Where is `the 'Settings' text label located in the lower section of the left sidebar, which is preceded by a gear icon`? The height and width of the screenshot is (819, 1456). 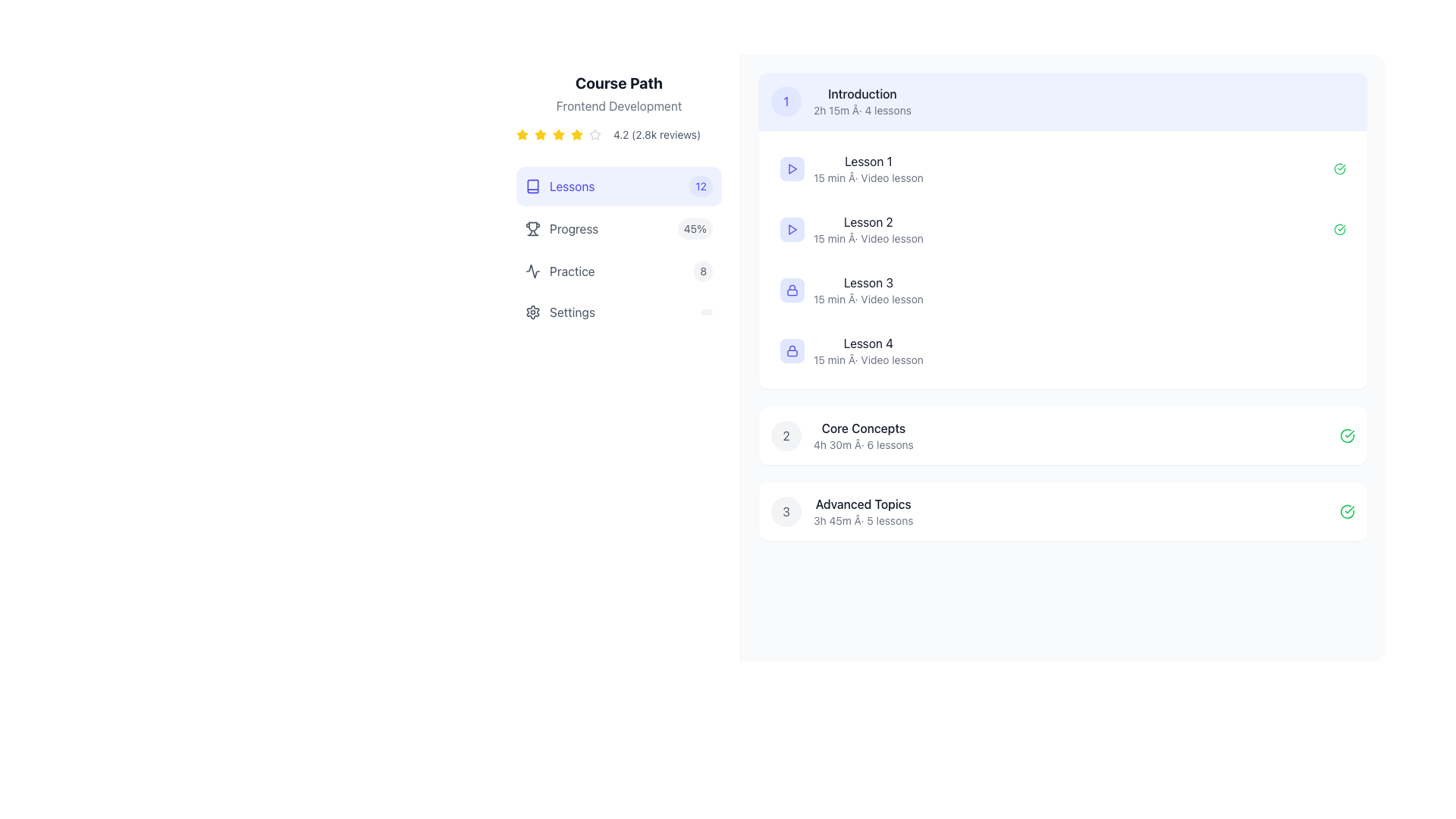 the 'Settings' text label located in the lower section of the left sidebar, which is preceded by a gear icon is located at coordinates (571, 312).